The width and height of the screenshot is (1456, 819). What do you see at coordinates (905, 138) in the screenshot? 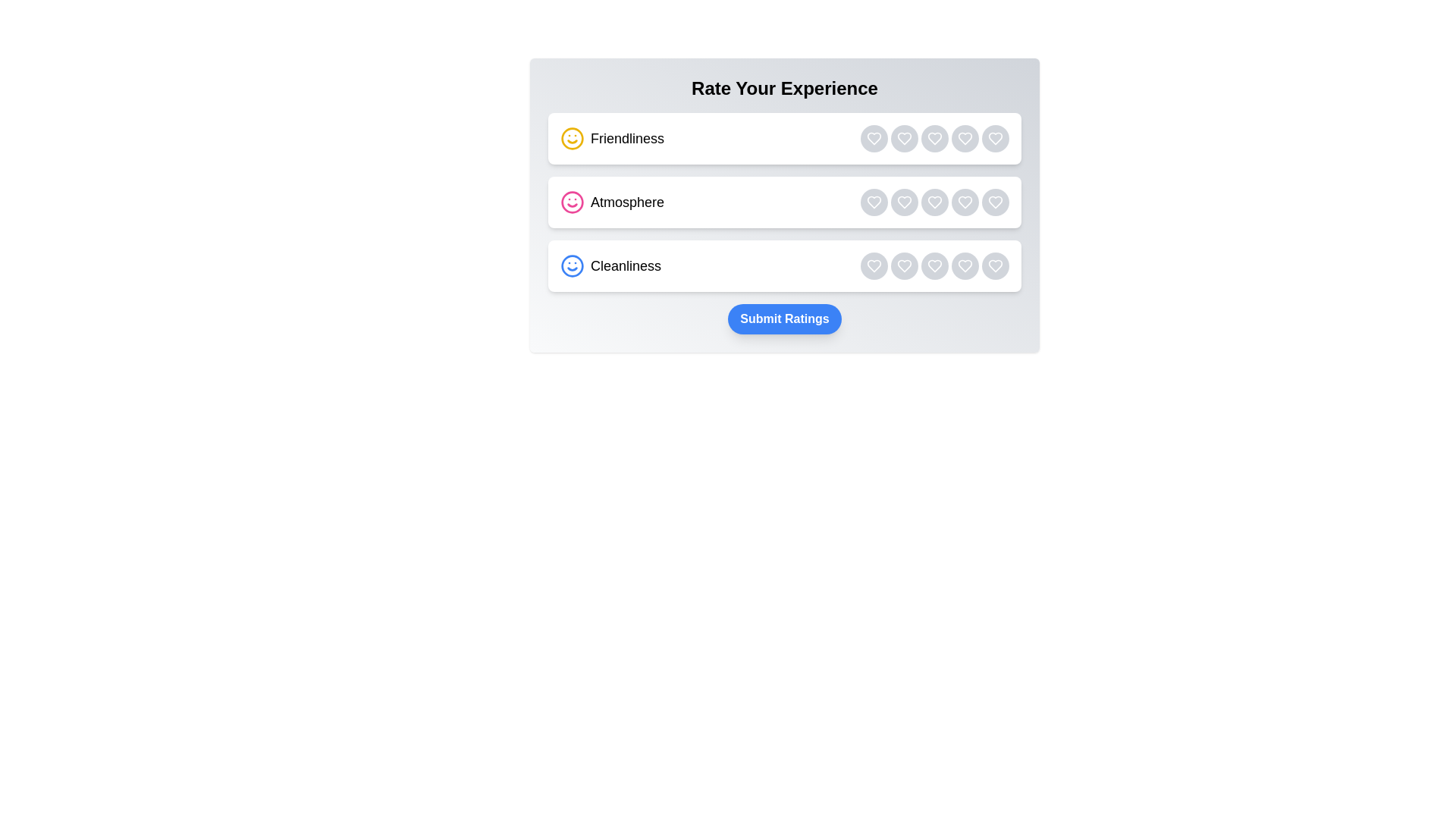
I see `the rating button for category Friendliness with rating 2` at bounding box center [905, 138].